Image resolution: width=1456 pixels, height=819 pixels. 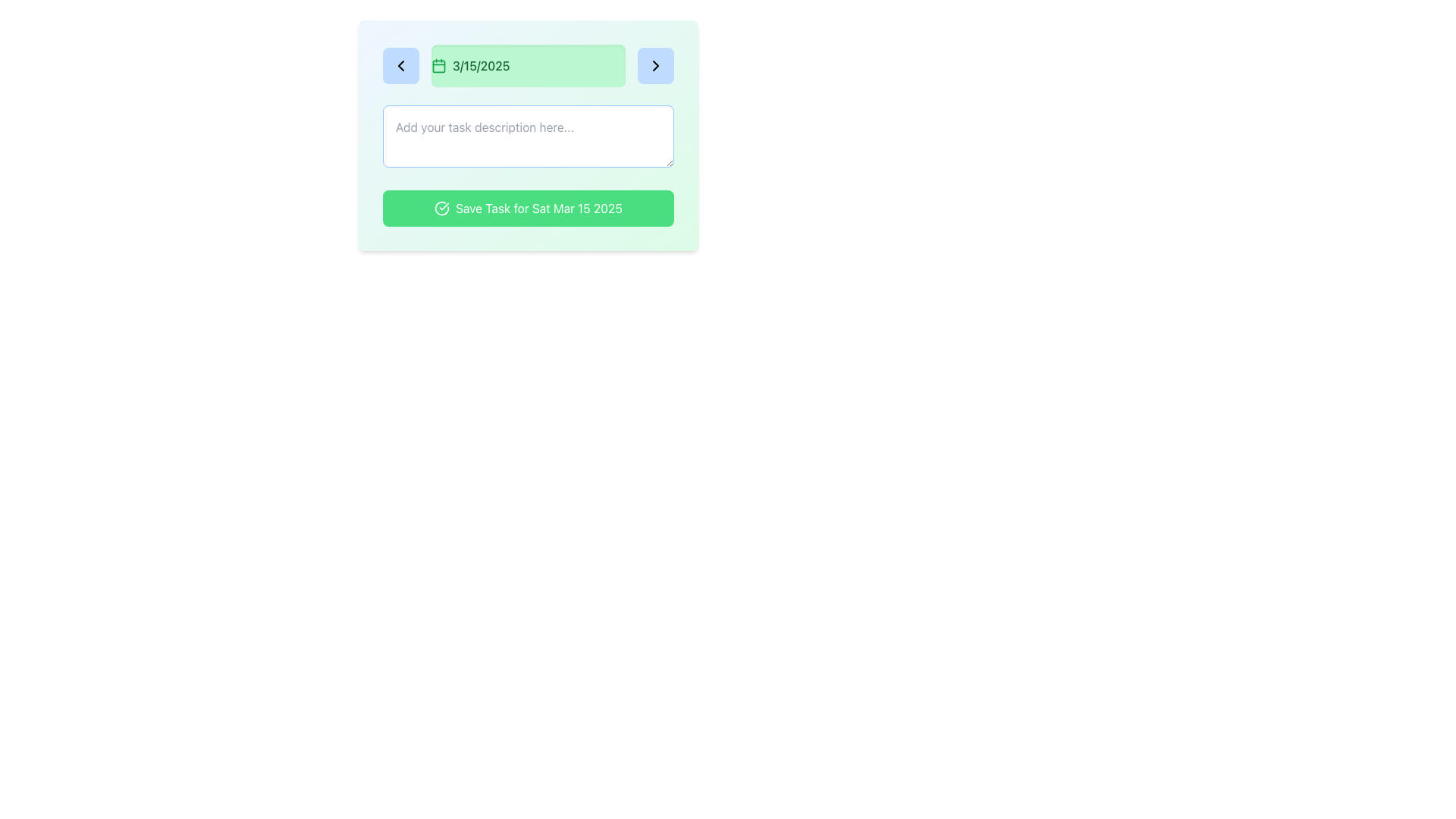 What do you see at coordinates (655, 65) in the screenshot?
I see `the right-pointing arrow icon within the blue rounded rectangular button` at bounding box center [655, 65].